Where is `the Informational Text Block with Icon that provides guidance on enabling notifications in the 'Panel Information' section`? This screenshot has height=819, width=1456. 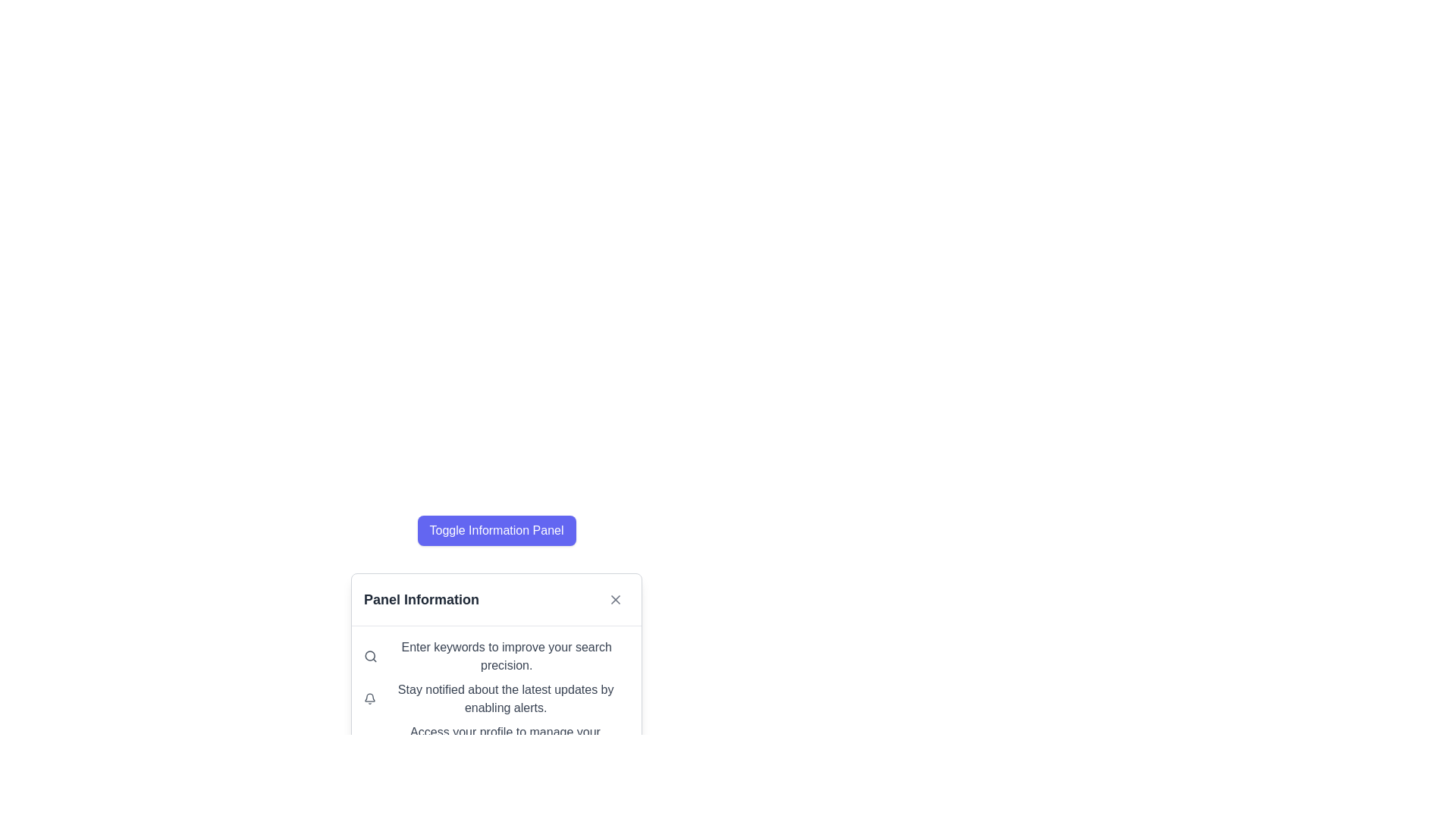 the Informational Text Block with Icon that provides guidance on enabling notifications in the 'Panel Information' section is located at coordinates (496, 698).